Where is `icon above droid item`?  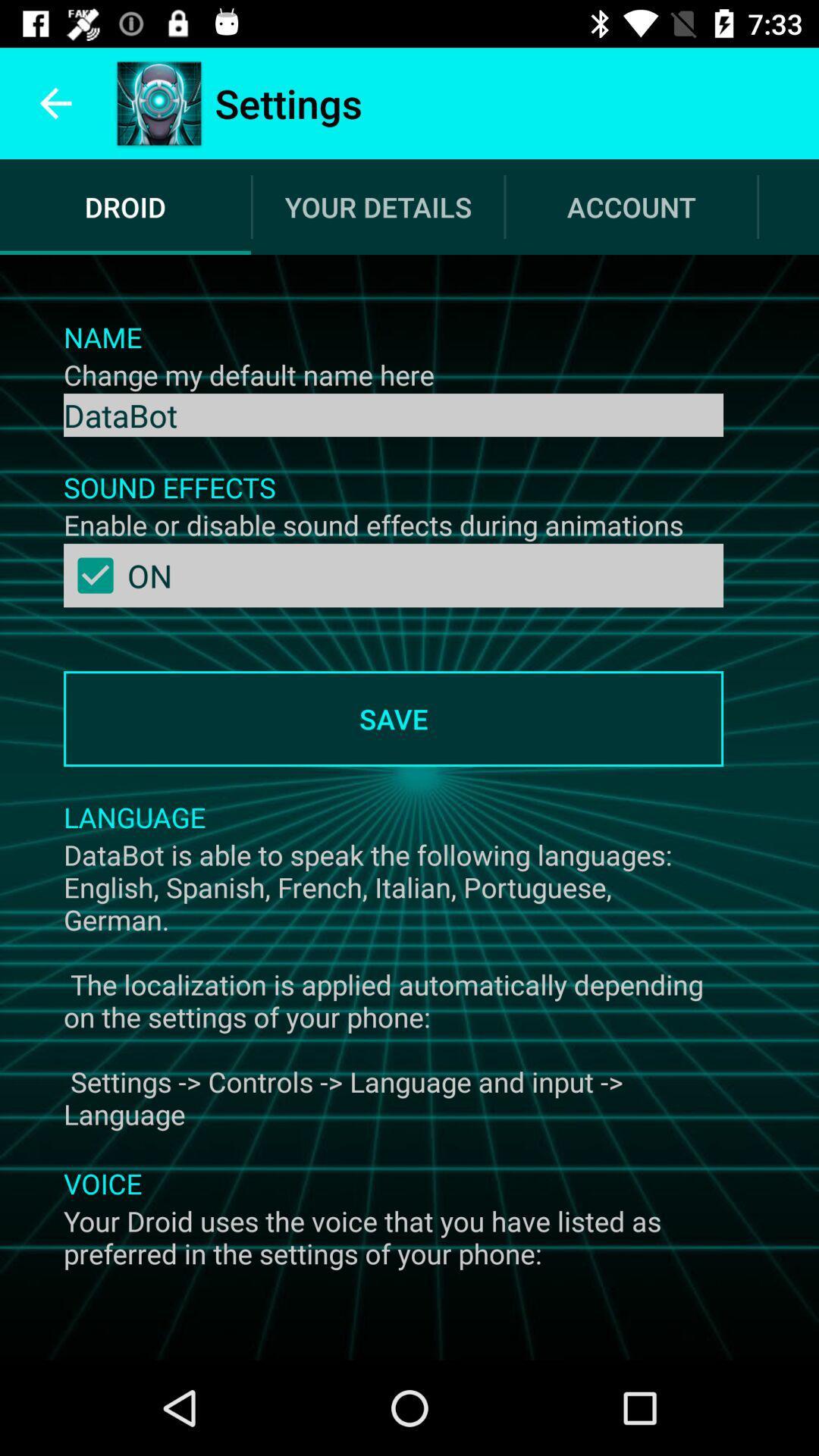 icon above droid item is located at coordinates (55, 102).